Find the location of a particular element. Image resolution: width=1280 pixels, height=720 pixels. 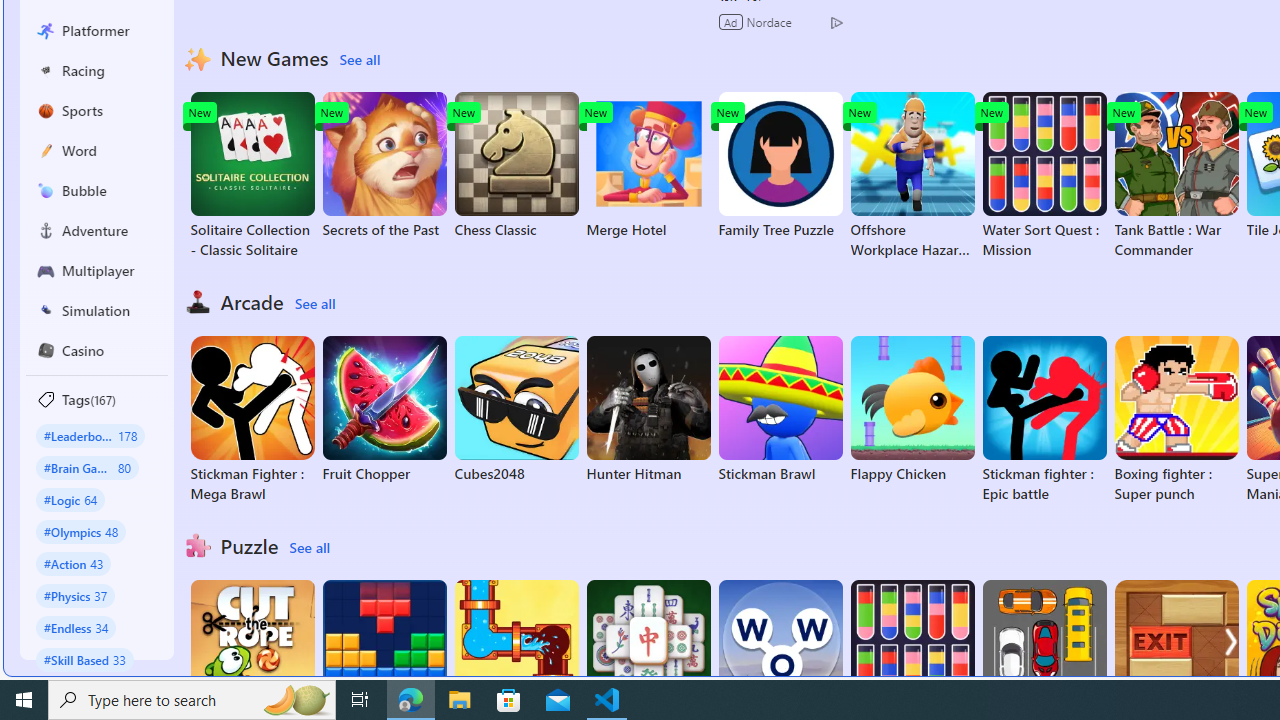

'Fruit Chopper' is located at coordinates (384, 409).